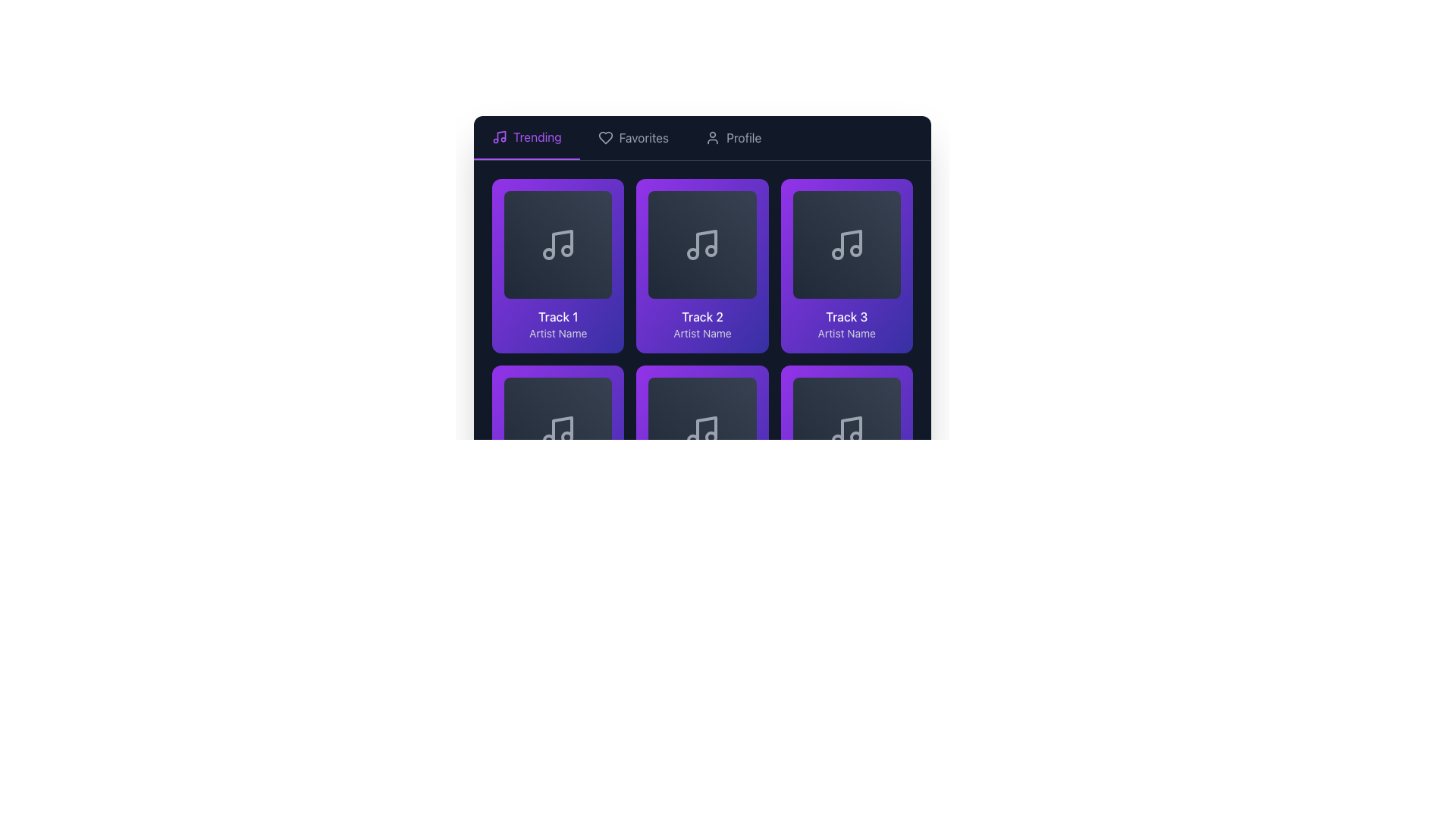 Image resolution: width=1456 pixels, height=819 pixels. Describe the element at coordinates (557, 452) in the screenshot. I see `the Card element representing the musical track for more details about the track, which is the fourth item in a grid layout beneath 'Track 1' and to the left of 'Track 5'` at that location.